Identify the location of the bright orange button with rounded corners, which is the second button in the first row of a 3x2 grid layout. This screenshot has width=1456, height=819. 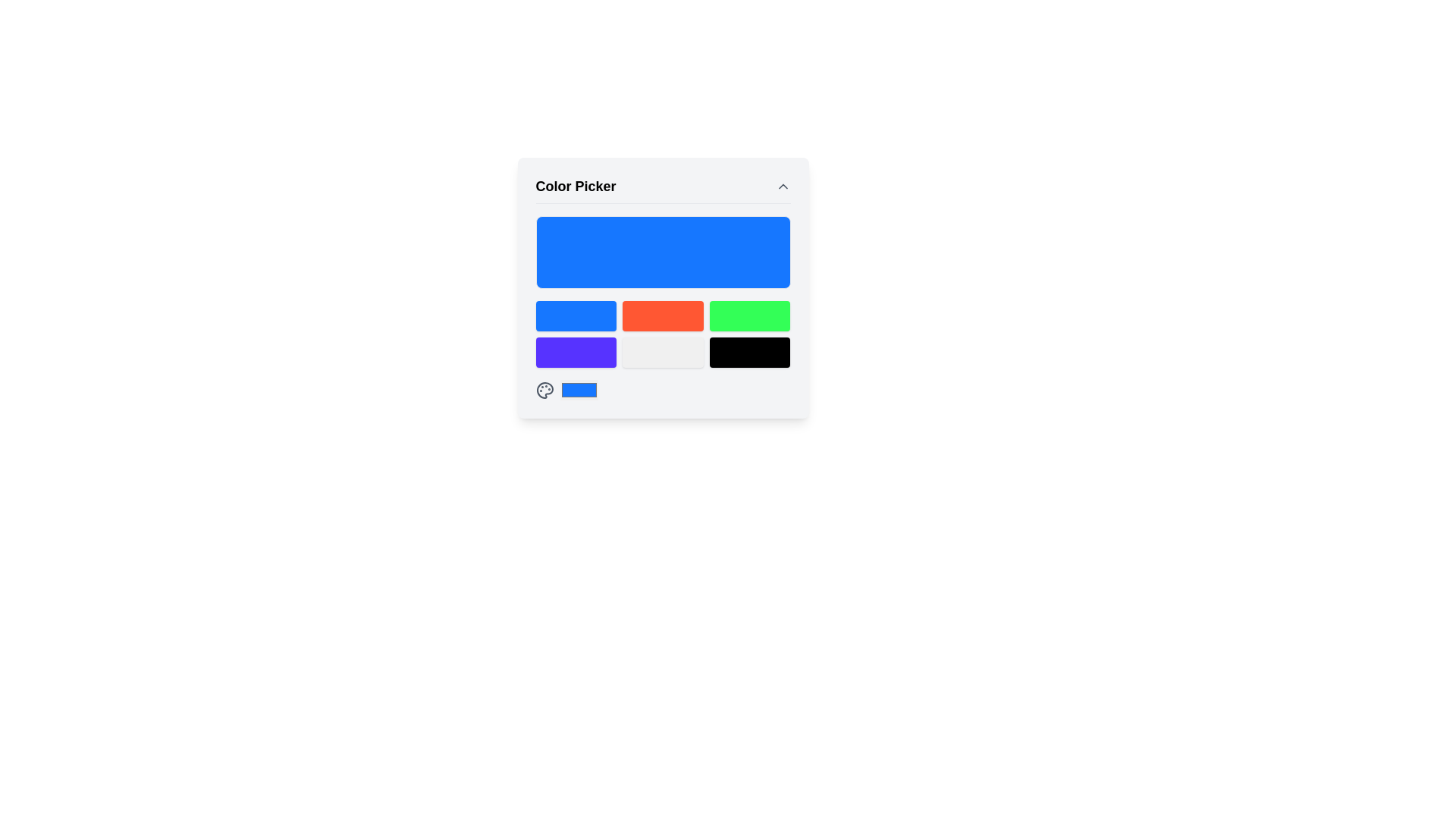
(663, 315).